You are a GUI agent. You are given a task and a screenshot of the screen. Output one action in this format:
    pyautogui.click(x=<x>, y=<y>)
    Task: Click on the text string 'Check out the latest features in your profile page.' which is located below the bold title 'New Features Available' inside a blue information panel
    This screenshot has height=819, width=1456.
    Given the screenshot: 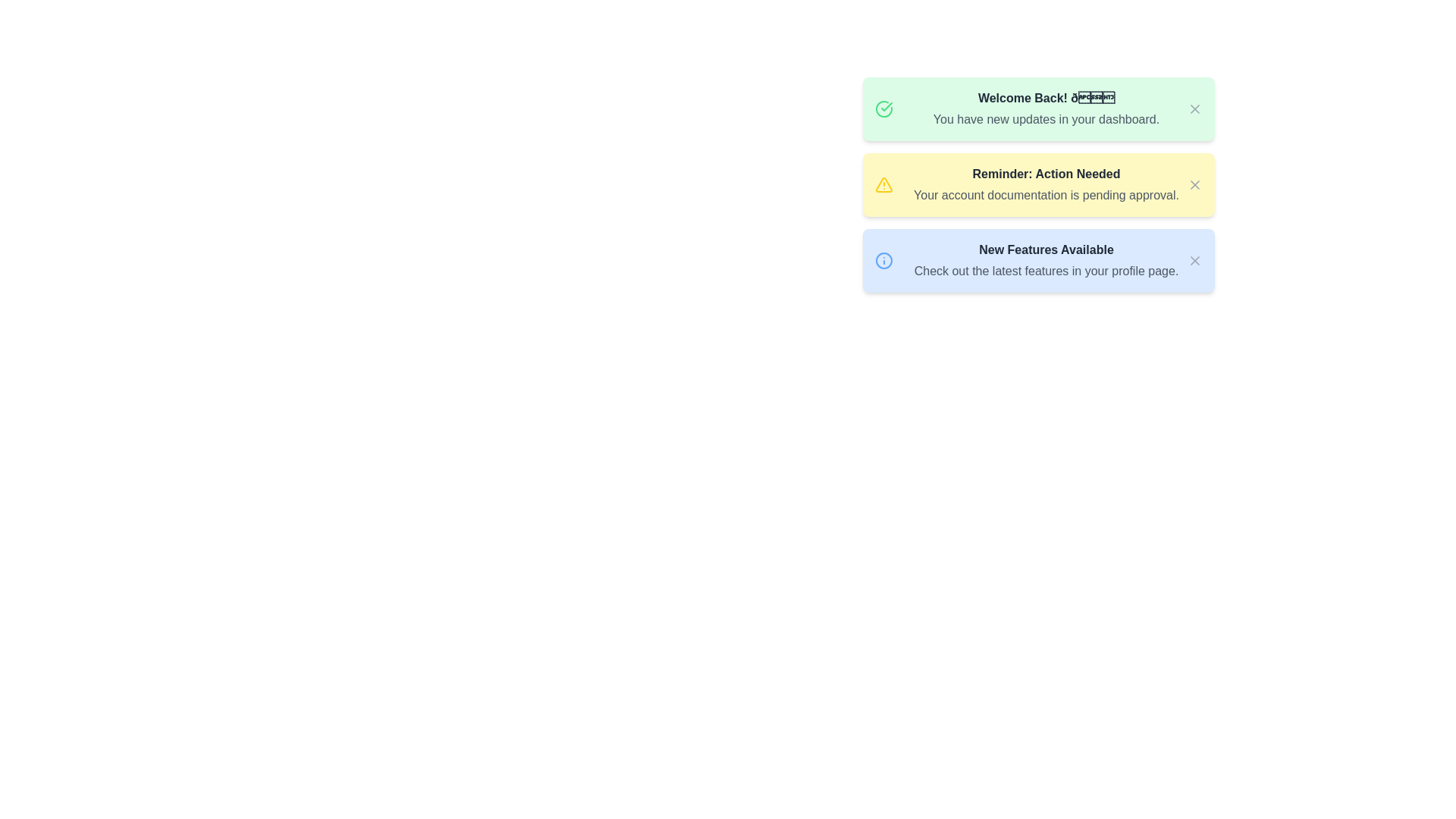 What is the action you would take?
    pyautogui.click(x=1046, y=271)
    